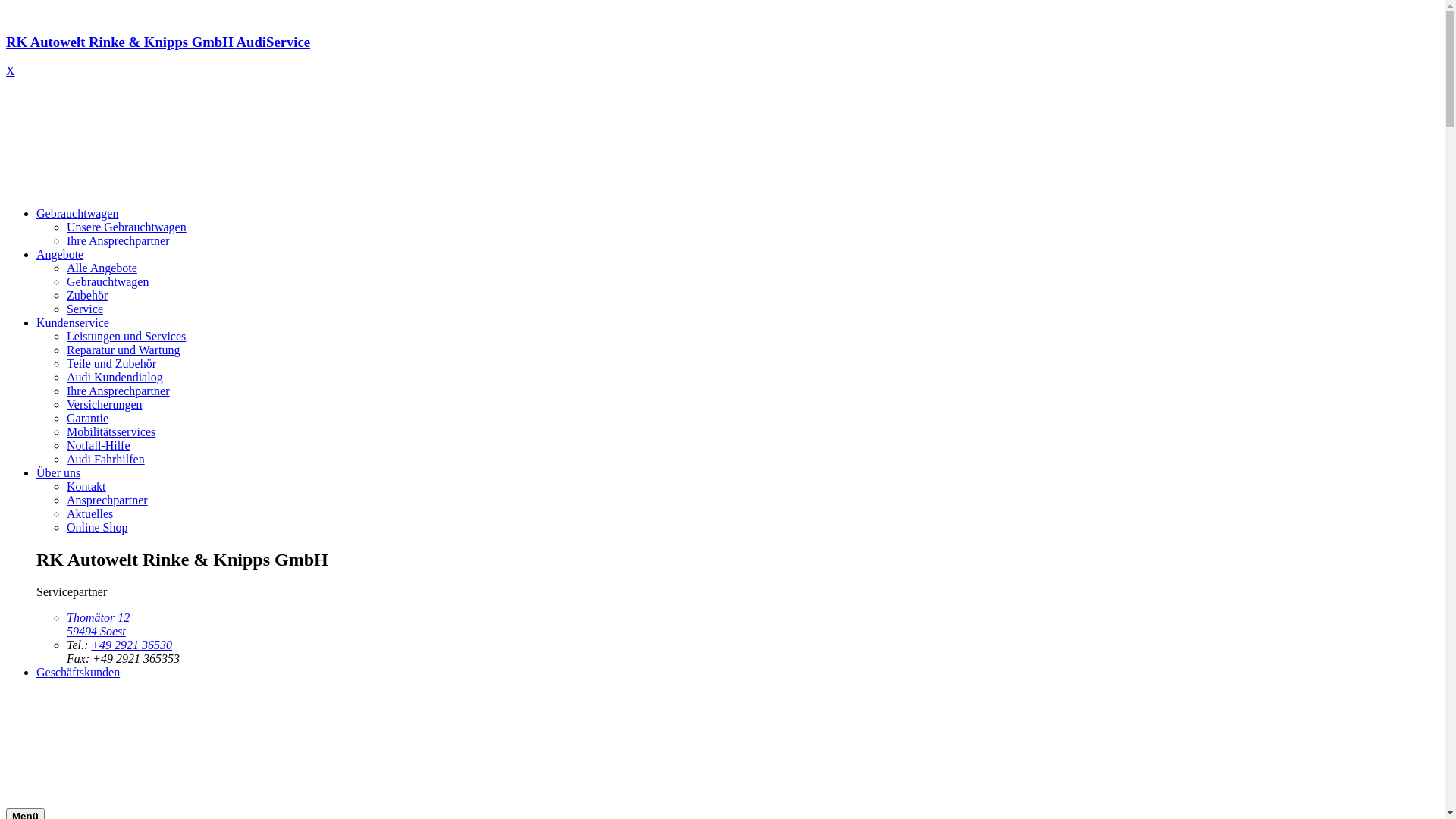 This screenshot has height=819, width=1456. Describe the element at coordinates (83, 308) in the screenshot. I see `'Service'` at that location.